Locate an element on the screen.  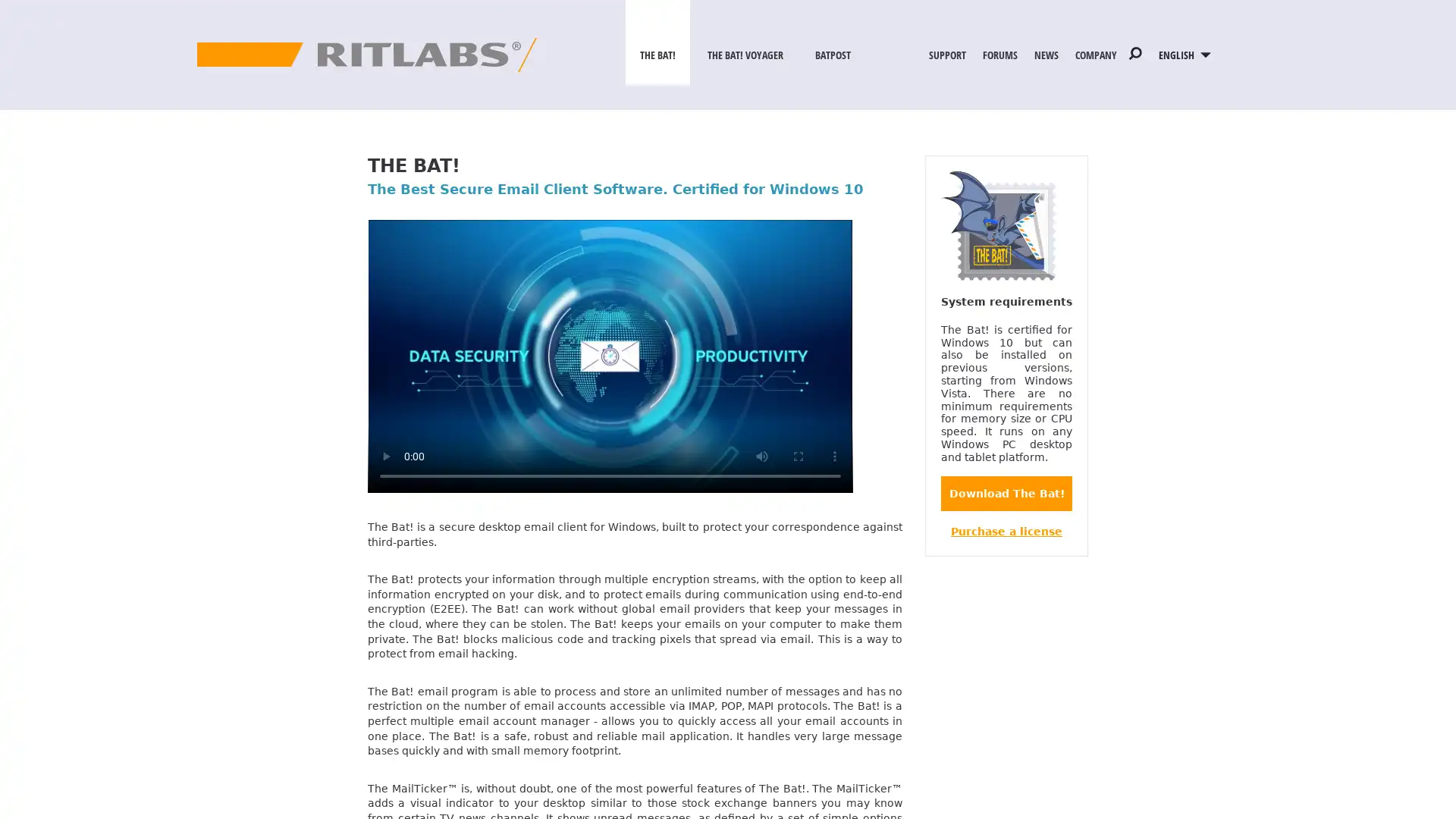
mute is located at coordinates (761, 455).